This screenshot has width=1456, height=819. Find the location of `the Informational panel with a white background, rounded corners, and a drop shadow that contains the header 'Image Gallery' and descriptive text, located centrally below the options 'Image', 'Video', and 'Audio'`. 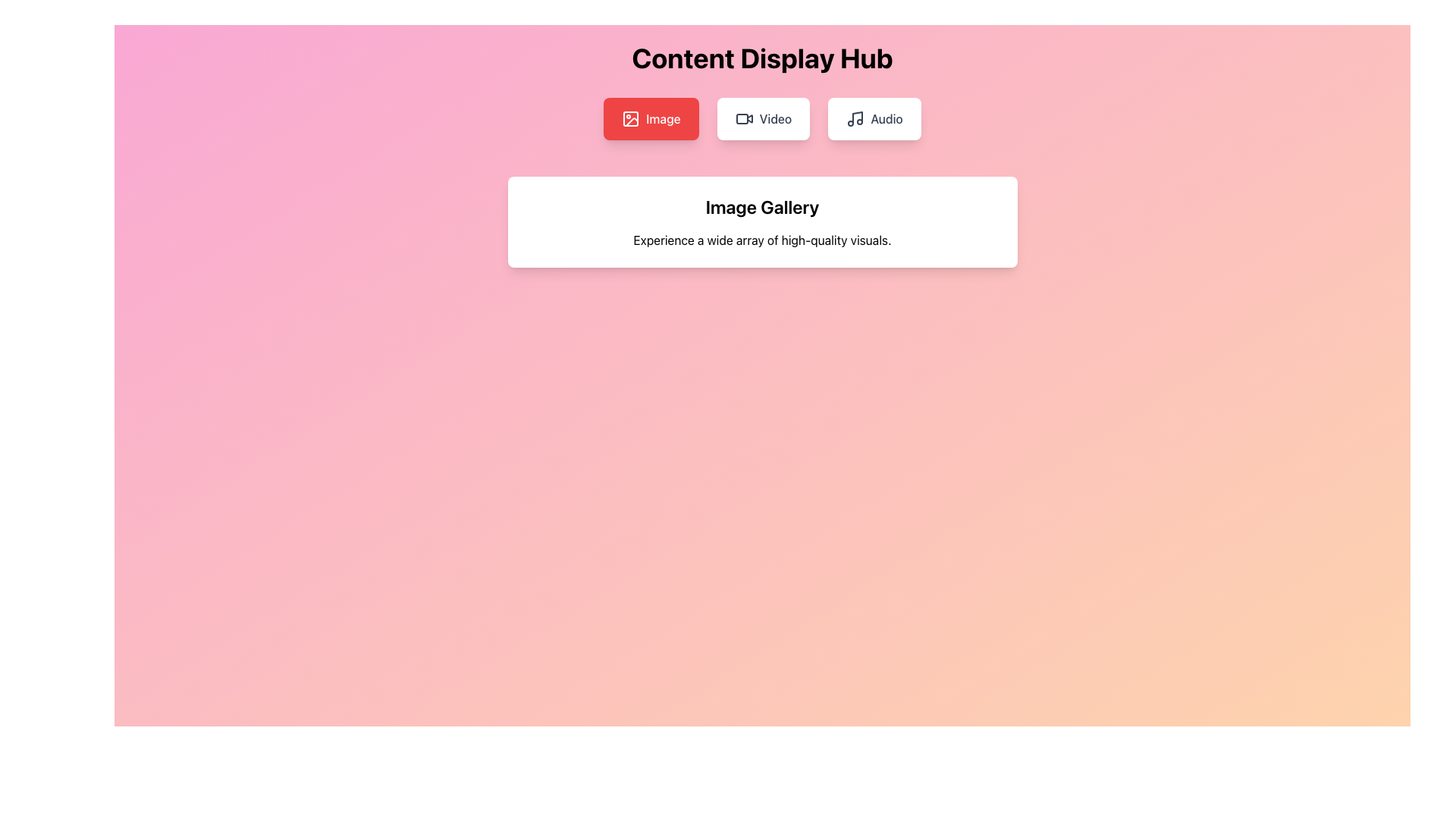

the Informational panel with a white background, rounded corners, and a drop shadow that contains the header 'Image Gallery' and descriptive text, located centrally below the options 'Image', 'Video', and 'Audio' is located at coordinates (762, 222).